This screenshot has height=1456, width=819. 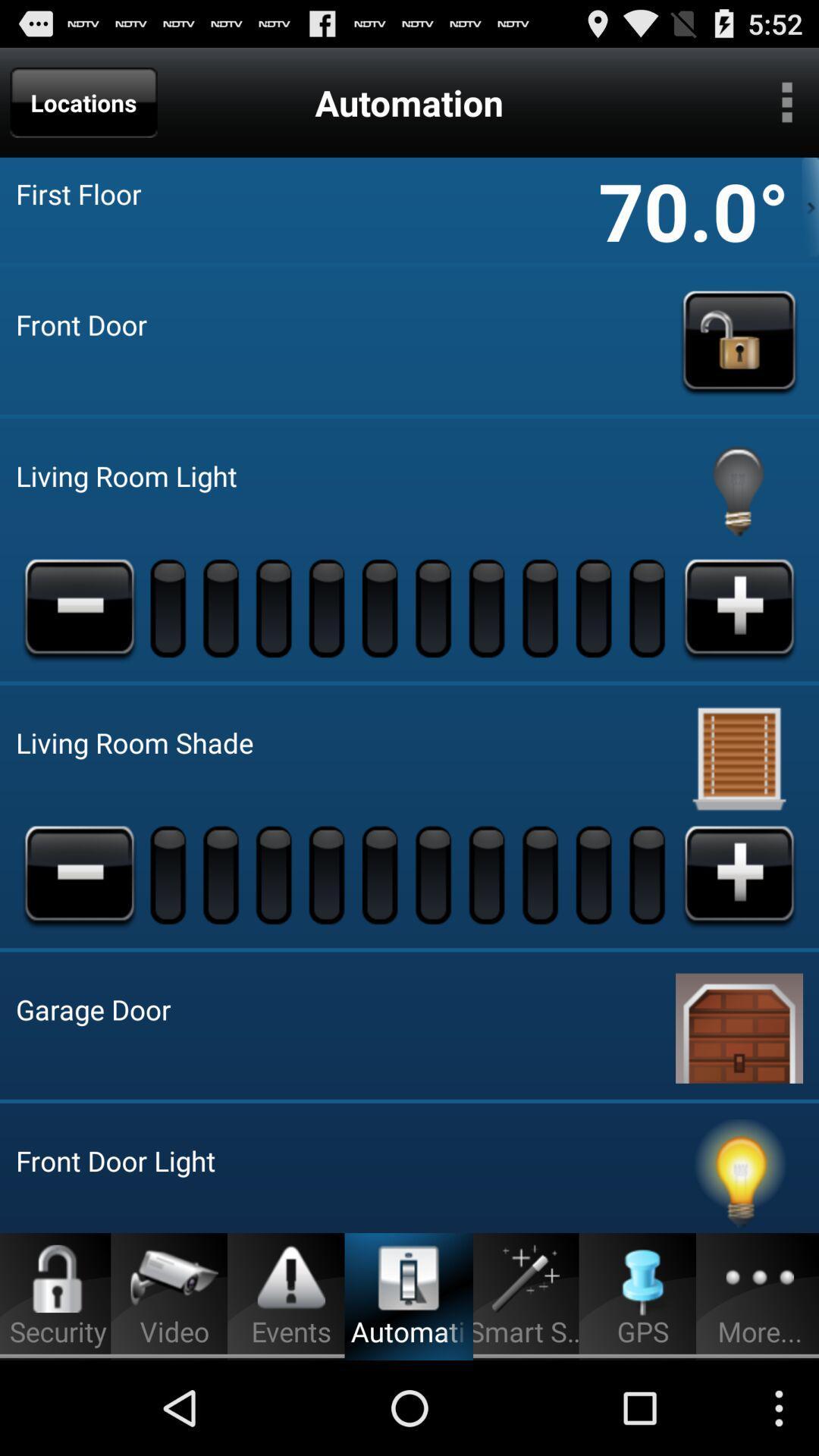 What do you see at coordinates (79, 607) in the screenshot?
I see `minus` at bounding box center [79, 607].